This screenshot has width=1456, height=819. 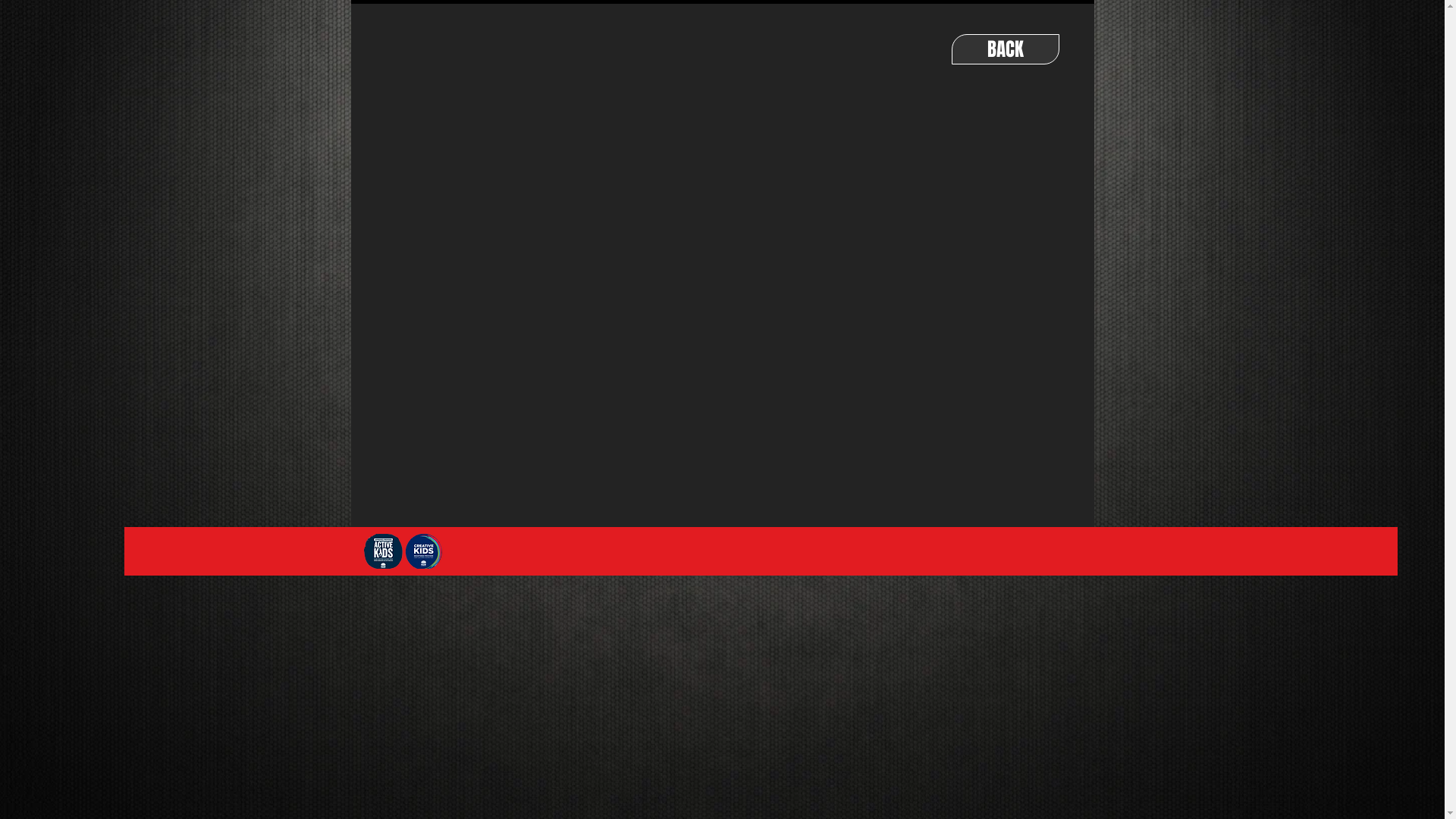 What do you see at coordinates (1004, 49) in the screenshot?
I see `'BACK'` at bounding box center [1004, 49].